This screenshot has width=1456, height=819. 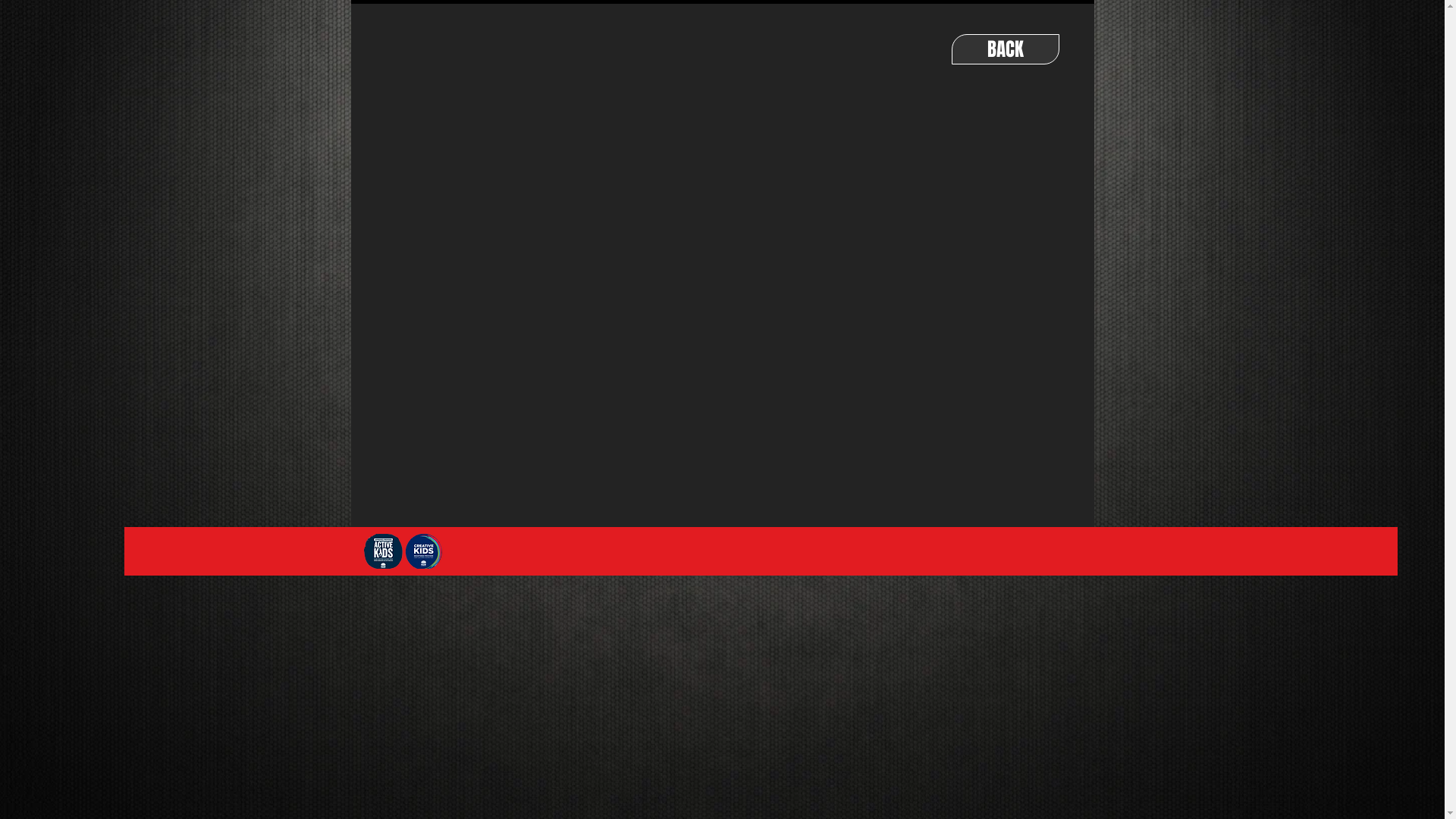 What do you see at coordinates (1004, 49) in the screenshot?
I see `'BACK'` at bounding box center [1004, 49].